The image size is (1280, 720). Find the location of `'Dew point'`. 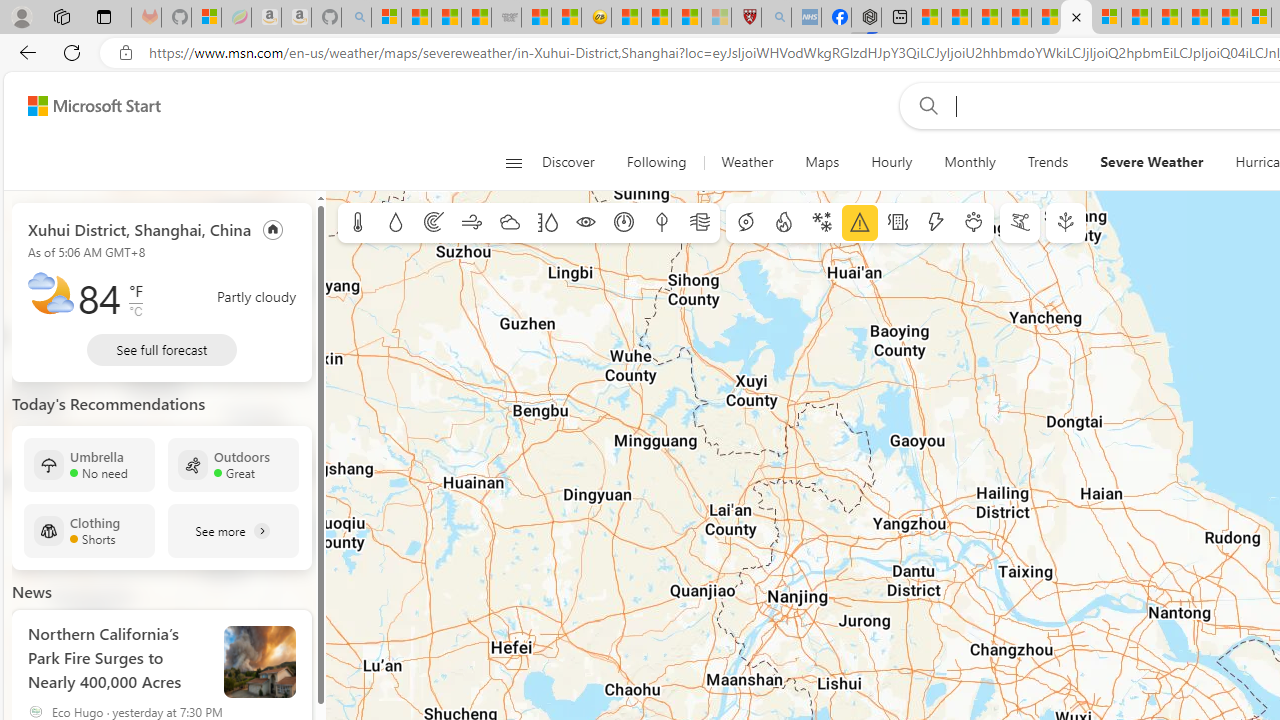

'Dew point' is located at coordinates (661, 223).